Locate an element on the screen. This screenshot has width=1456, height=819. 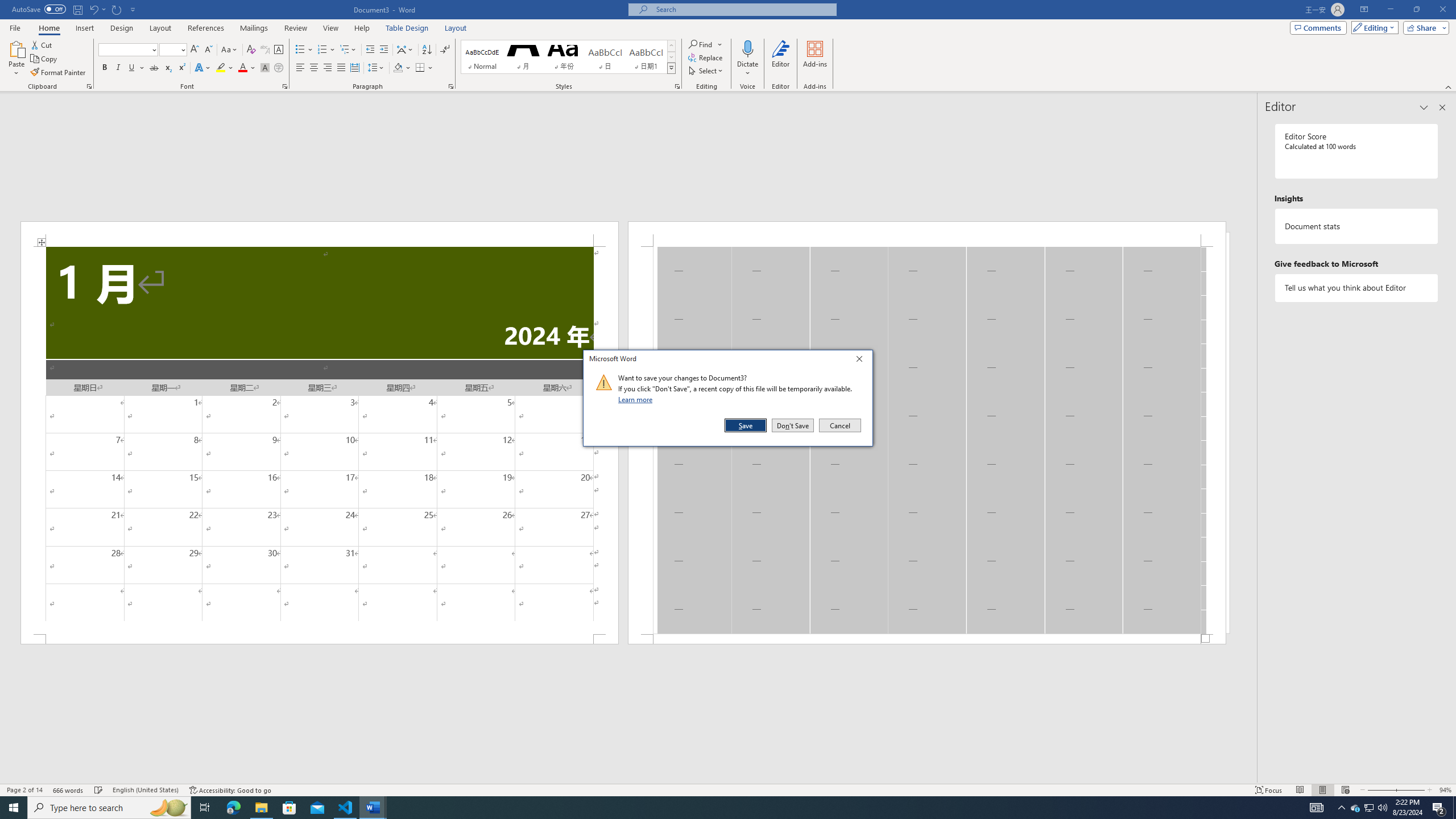
'Collapse the Ribbon' is located at coordinates (1449, 87).